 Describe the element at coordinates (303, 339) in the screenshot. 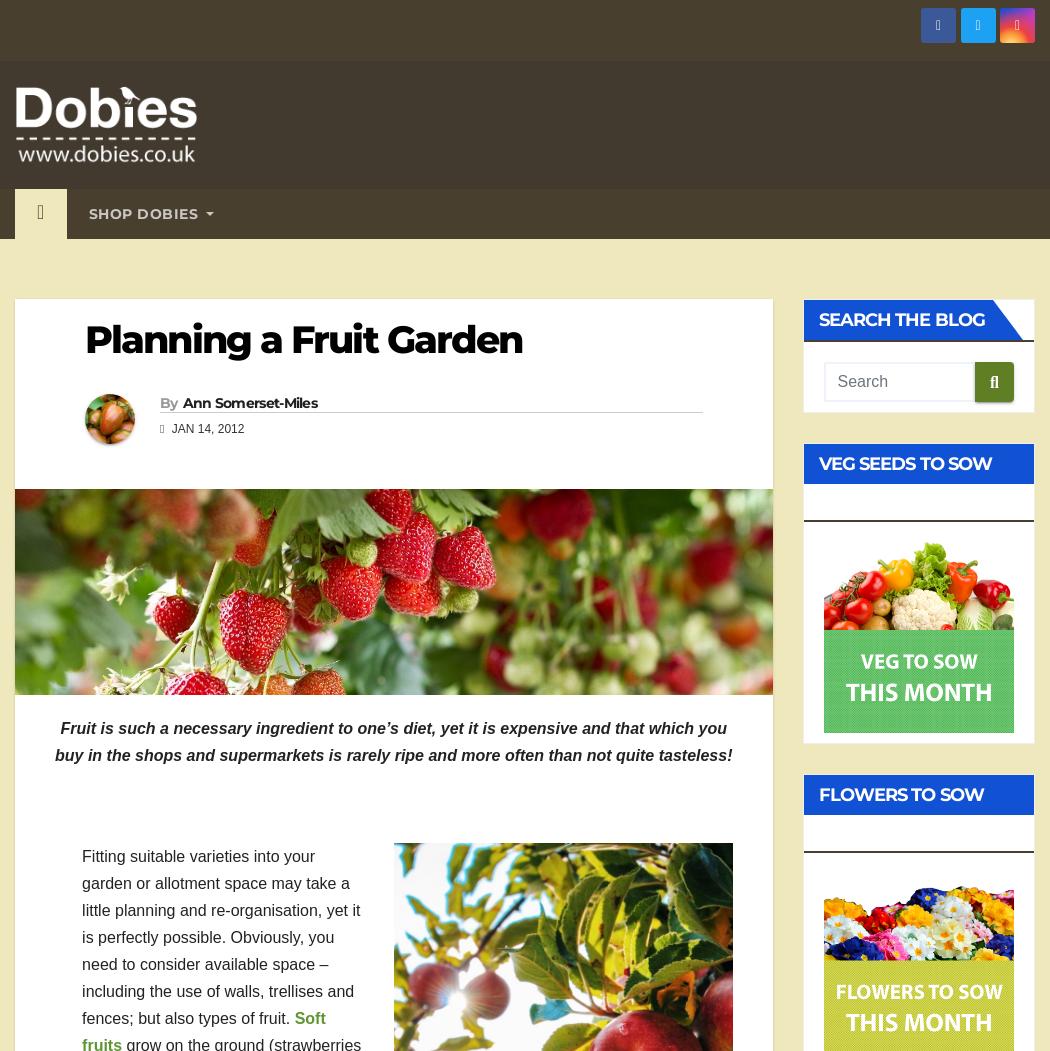

I see `'Planning a Fruit Garden'` at that location.